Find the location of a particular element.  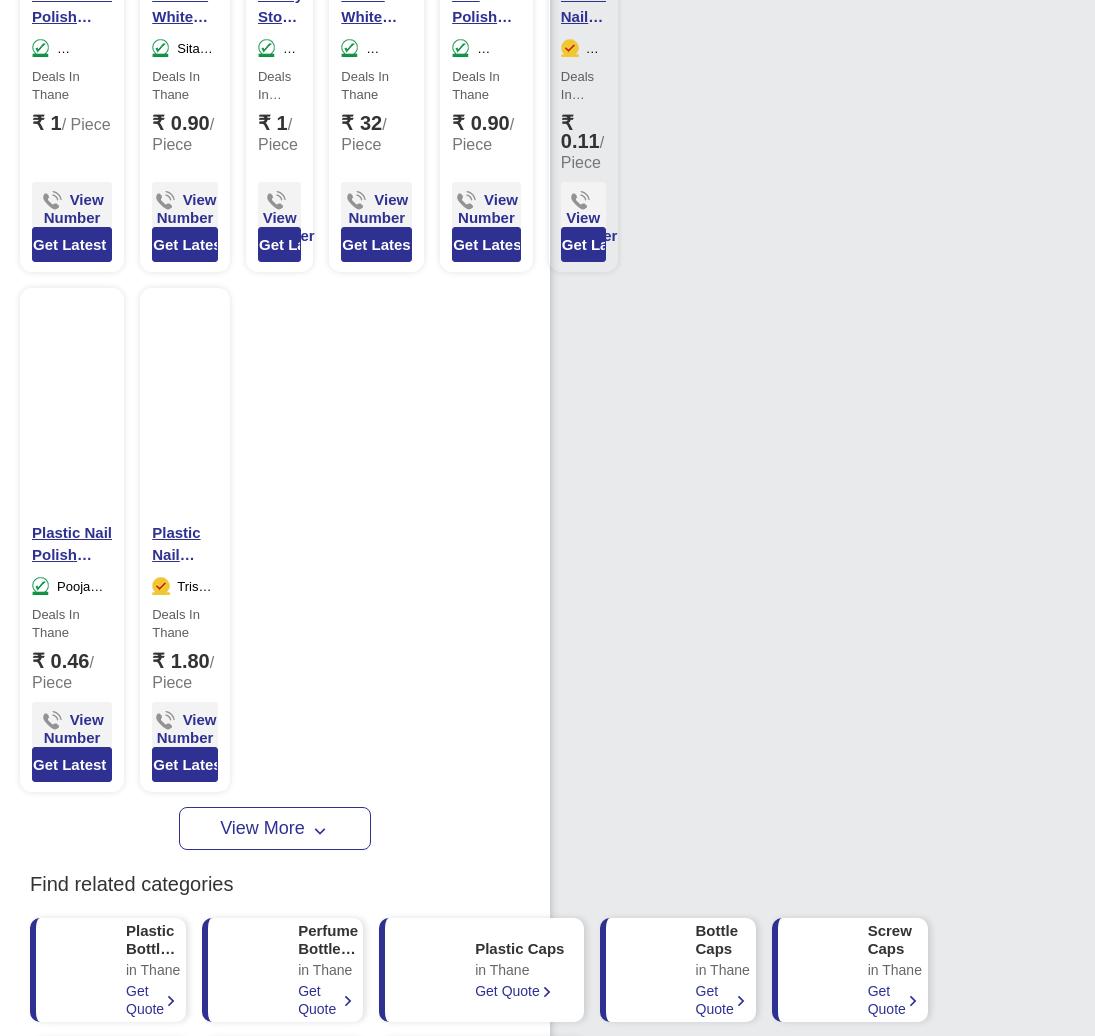

'Bottle Caps' is located at coordinates (716, 939).